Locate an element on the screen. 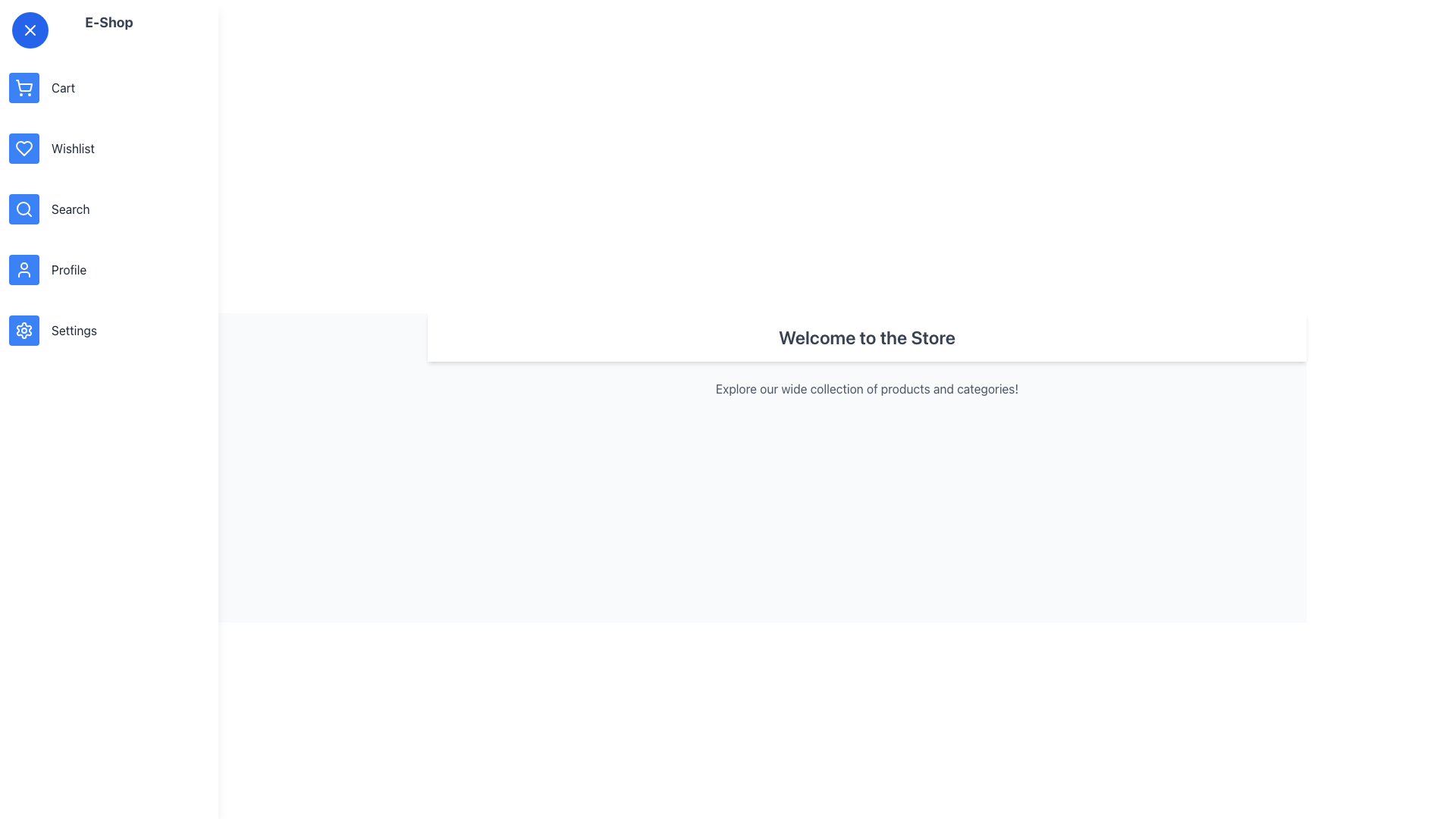 This screenshot has height=819, width=1456. the magnifying glass icon button with a blue circular background located in the left navigation menu, positioned between 'Wishlist' and 'Profile' is located at coordinates (24, 209).